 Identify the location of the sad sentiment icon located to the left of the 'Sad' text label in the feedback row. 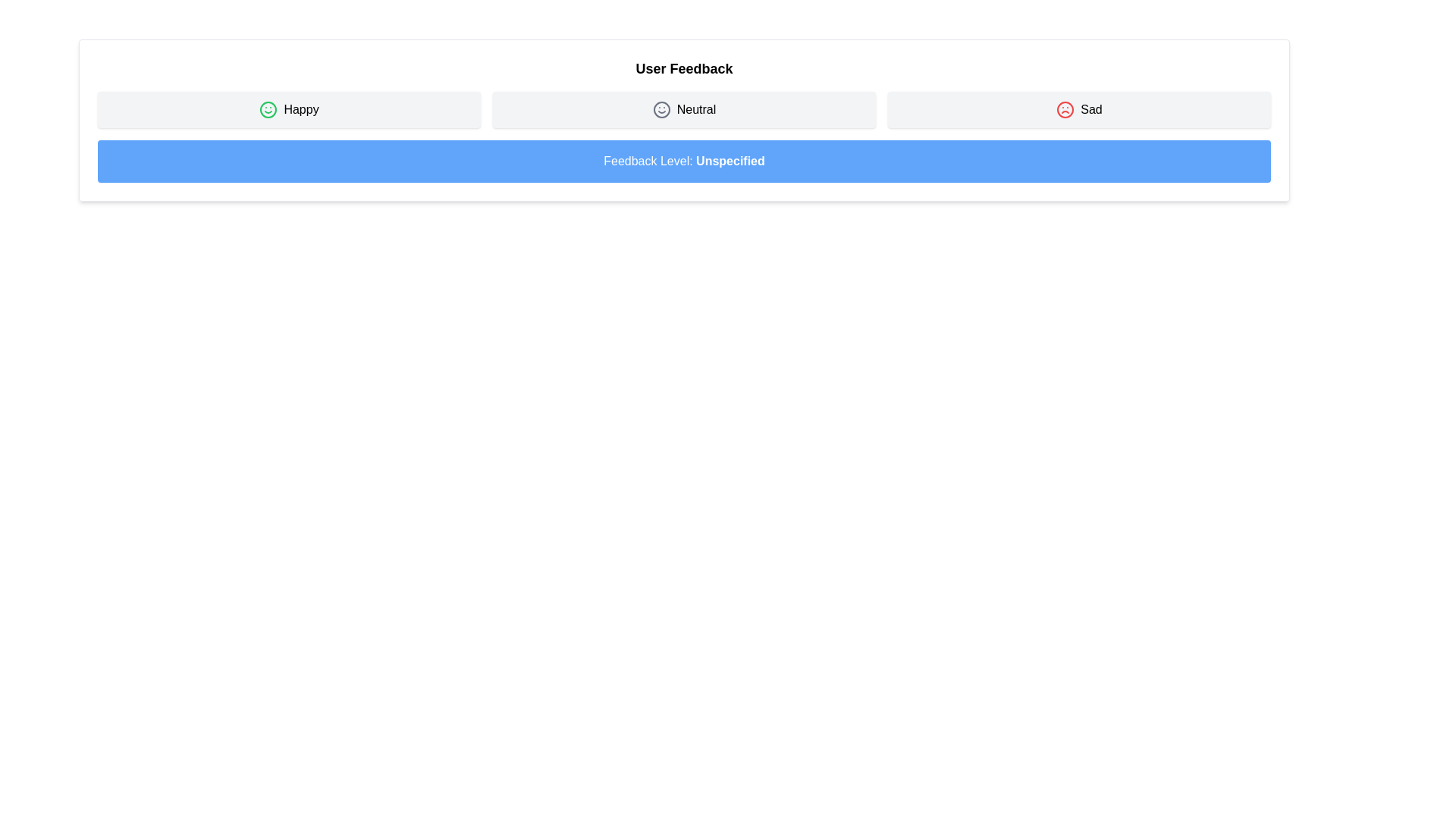
(1065, 109).